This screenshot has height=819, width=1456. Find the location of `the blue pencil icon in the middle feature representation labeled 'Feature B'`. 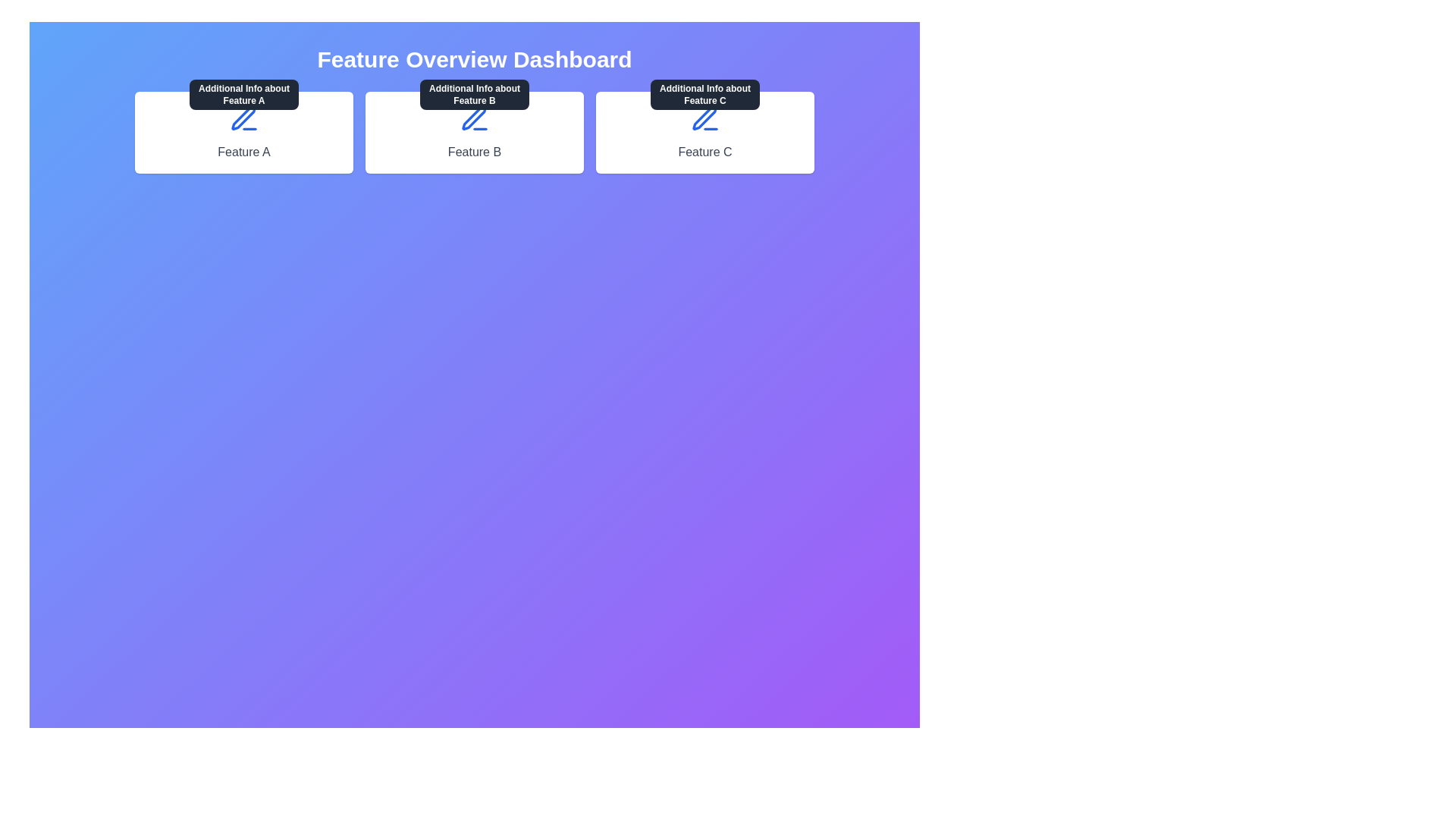

the blue pencil icon in the middle feature representation labeled 'Feature B' is located at coordinates (473, 118).